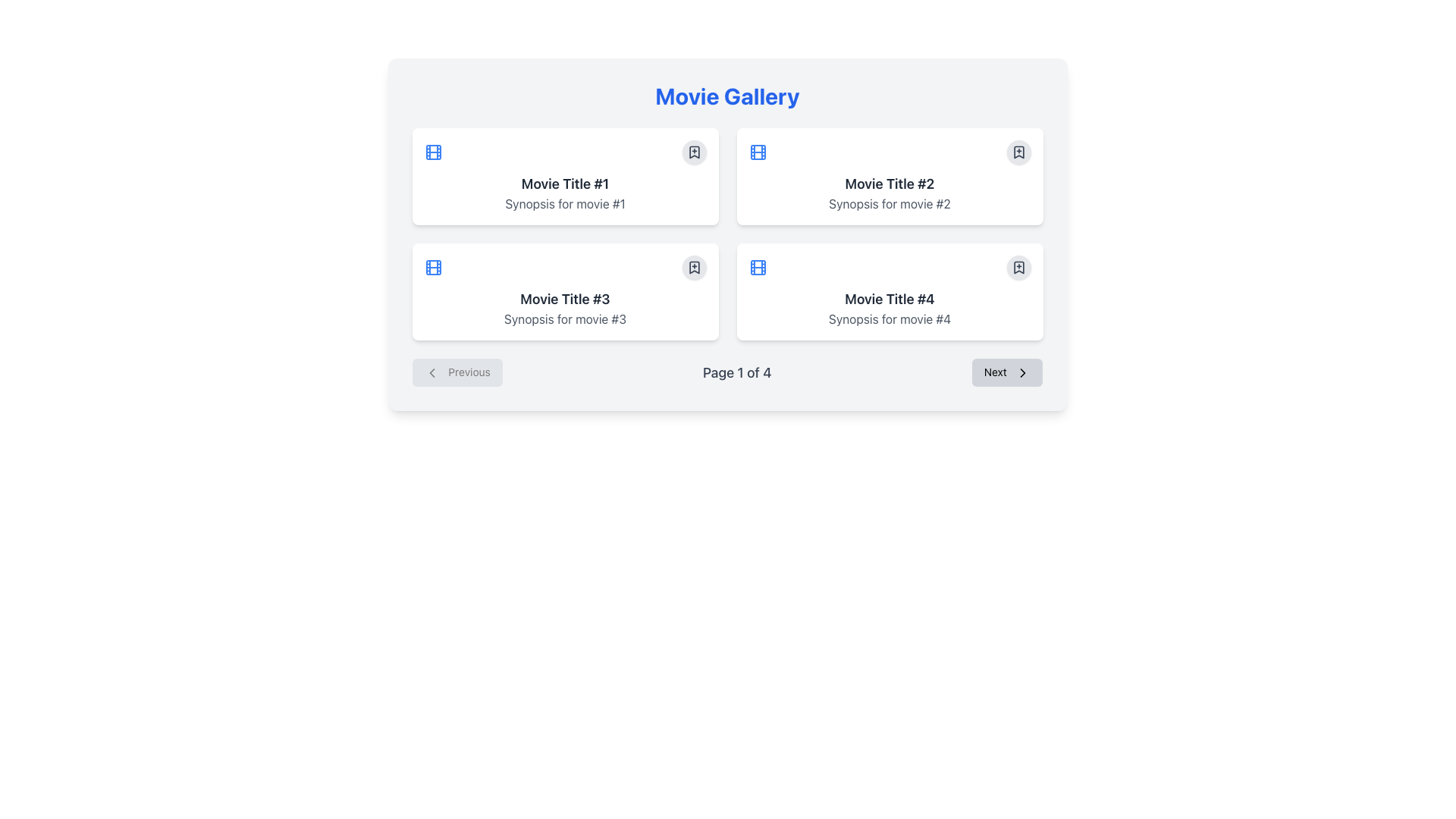 This screenshot has width=1456, height=819. Describe the element at coordinates (693, 267) in the screenshot. I see `the SVG icon button shaped like a bookmark with a plus symbol, located in the top-right corner of the card for 'Movie Title #3', to trigger tooltip or visual feedback` at that location.